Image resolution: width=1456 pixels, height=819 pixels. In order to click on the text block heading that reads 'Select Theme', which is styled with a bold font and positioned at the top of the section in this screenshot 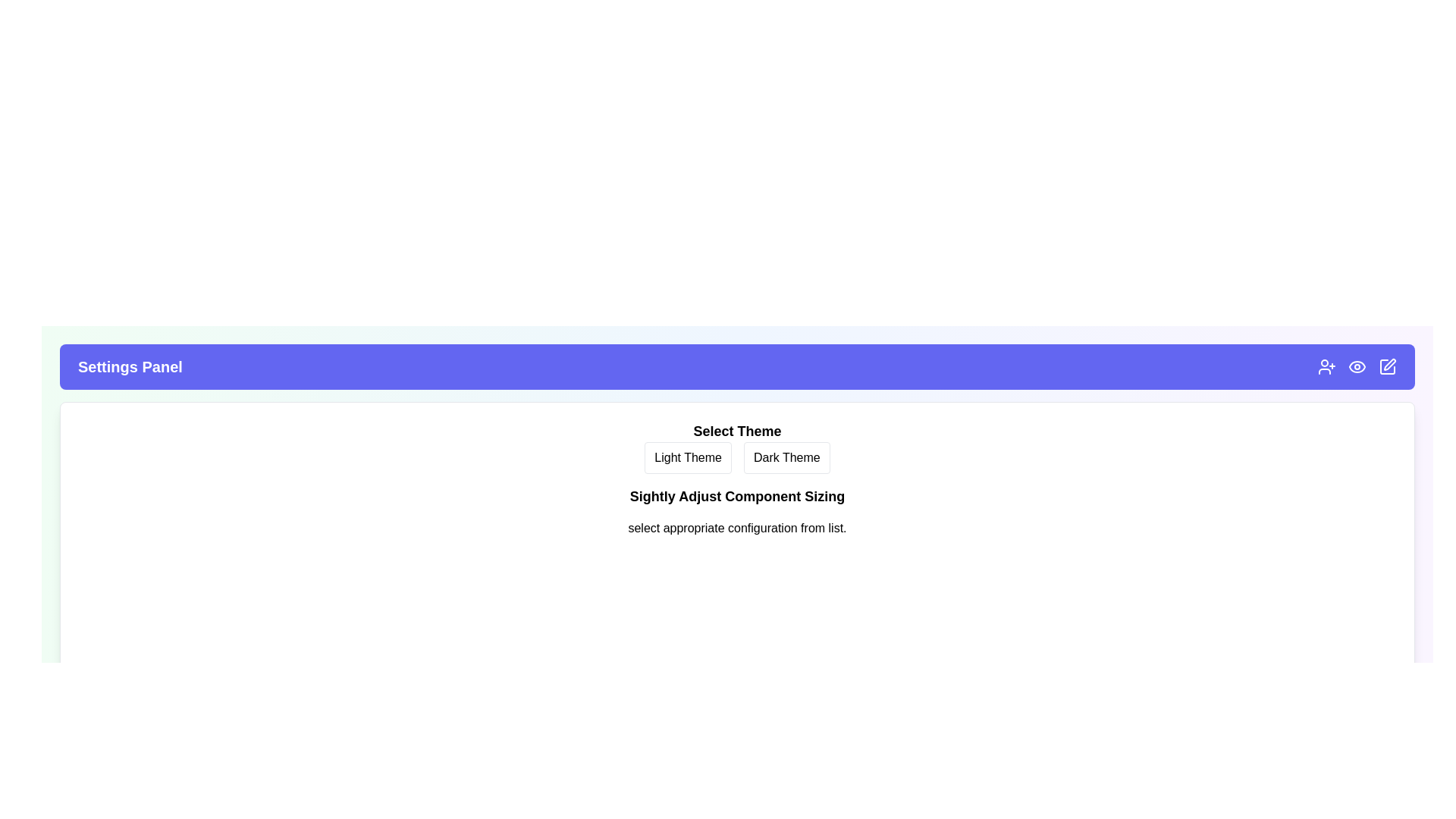, I will do `click(737, 431)`.